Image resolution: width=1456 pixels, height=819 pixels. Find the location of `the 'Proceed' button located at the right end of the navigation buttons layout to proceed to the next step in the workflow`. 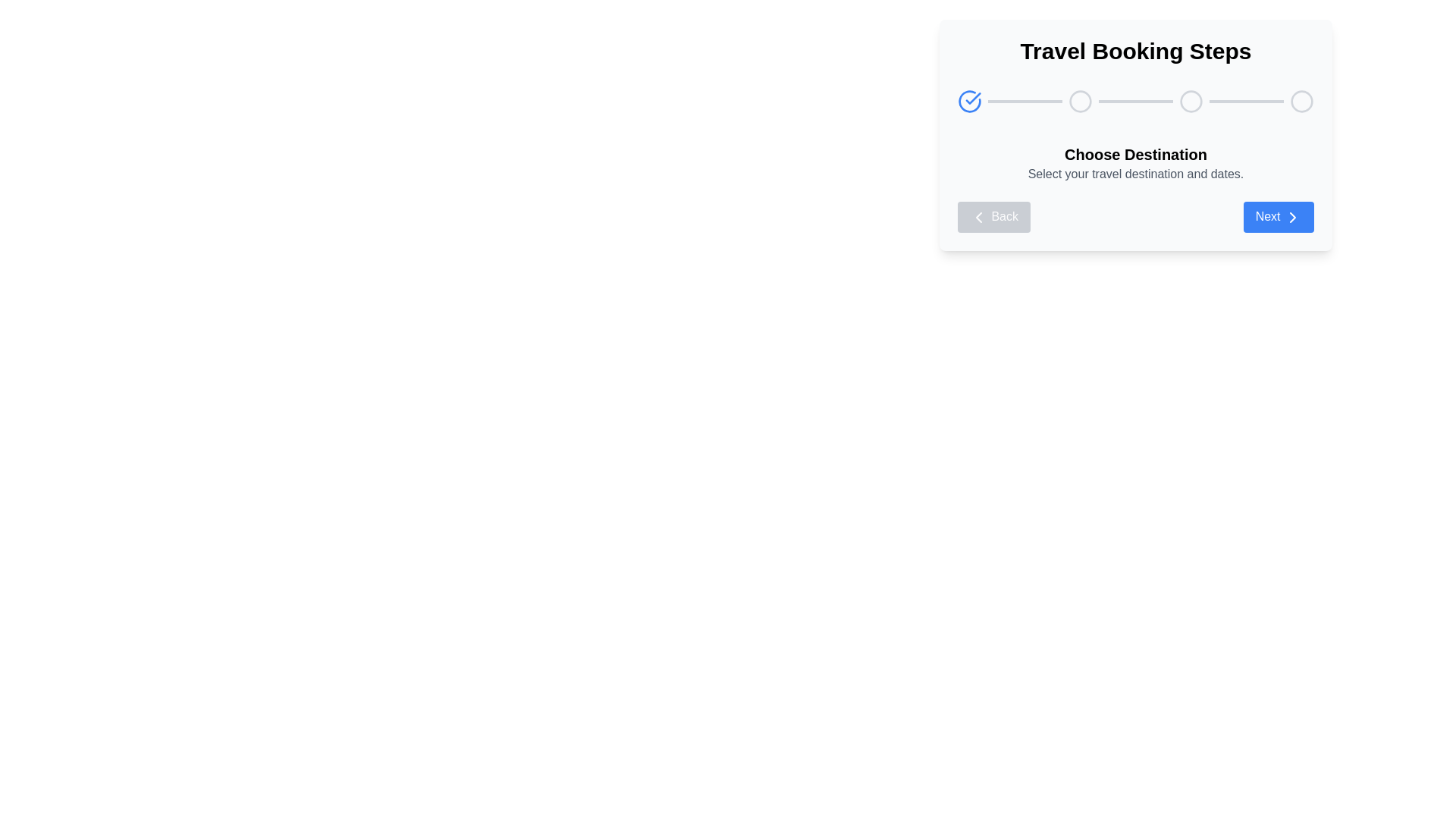

the 'Proceed' button located at the right end of the navigation buttons layout to proceed to the next step in the workflow is located at coordinates (1278, 217).